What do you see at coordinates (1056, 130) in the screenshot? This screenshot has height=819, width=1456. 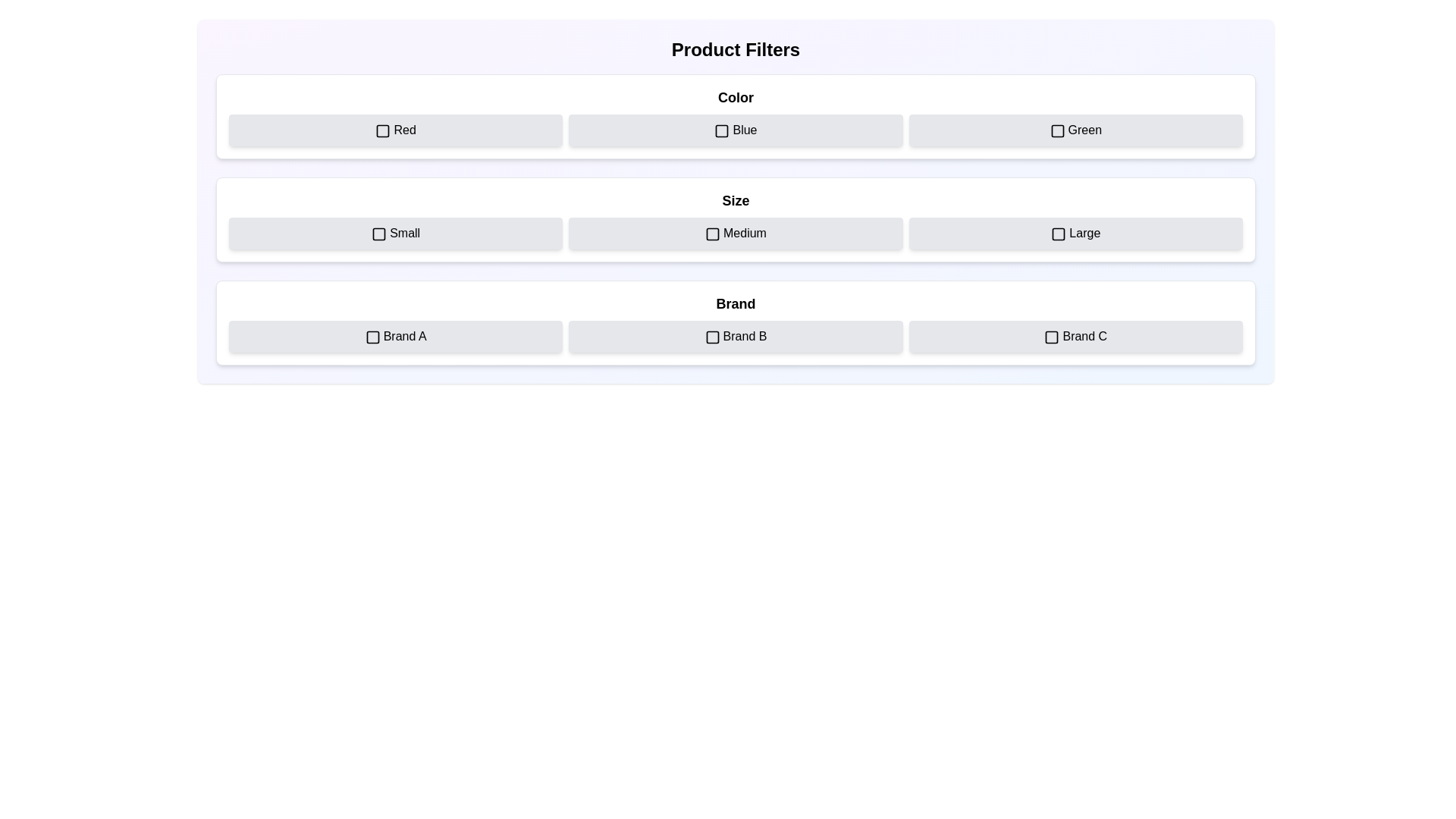 I see `the checkbox indicator for the 'Green' selection in the 'Color' filter section` at bounding box center [1056, 130].